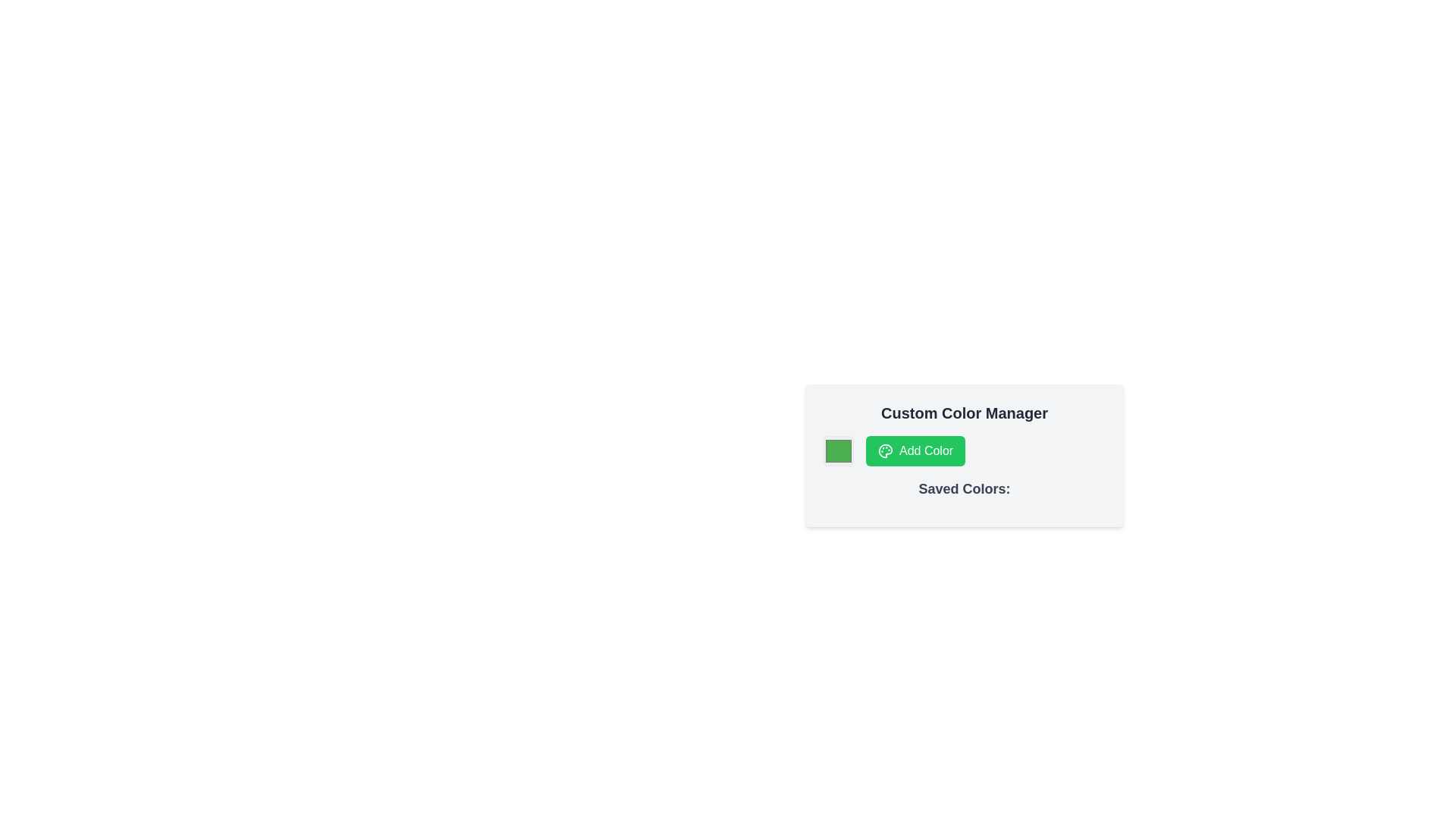 The width and height of the screenshot is (1456, 819). What do you see at coordinates (964, 413) in the screenshot?
I see `the Static Text element that serves as the title or header, which is positioned above the 'Add Color' button and 'Saved Colors:' text` at bounding box center [964, 413].